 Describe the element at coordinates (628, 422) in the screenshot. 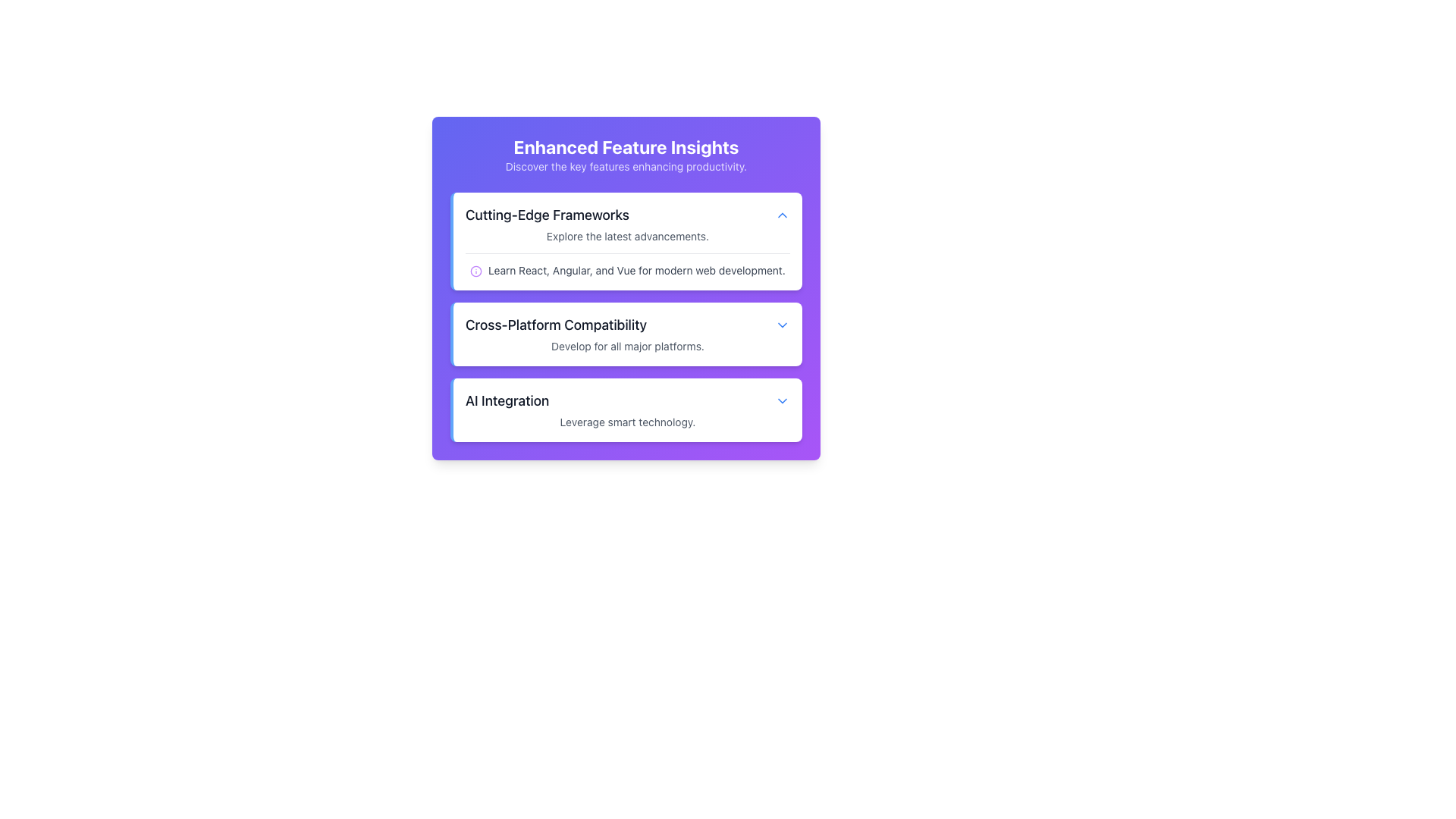

I see `the text label containing 'Leverage smart technology.', which is styled in small gray font and positioned centered below 'AI Integration' within a card` at that location.